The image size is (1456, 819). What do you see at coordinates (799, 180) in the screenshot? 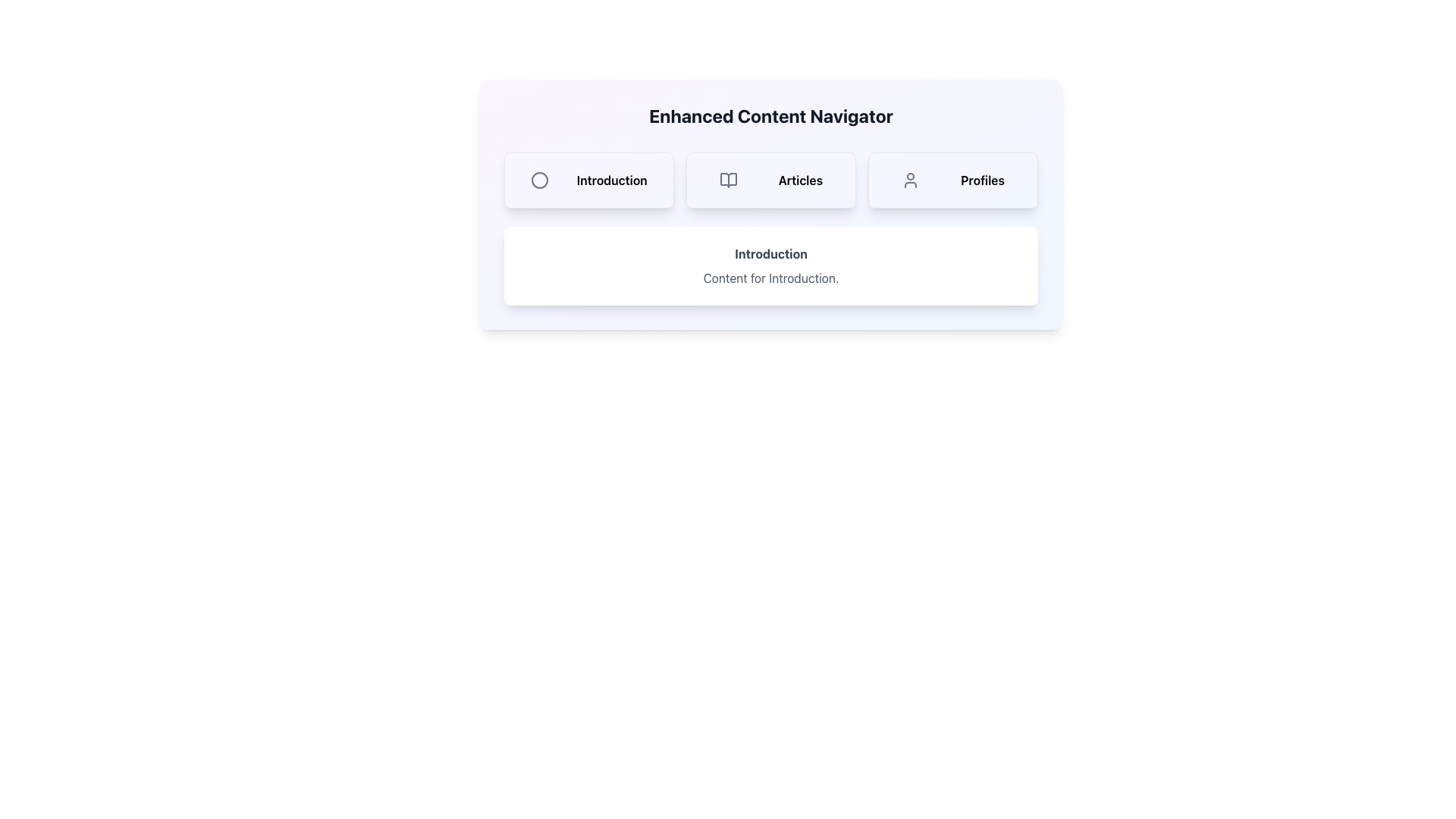
I see `the bold 'Articles' text label located in the navigation bar` at bounding box center [799, 180].